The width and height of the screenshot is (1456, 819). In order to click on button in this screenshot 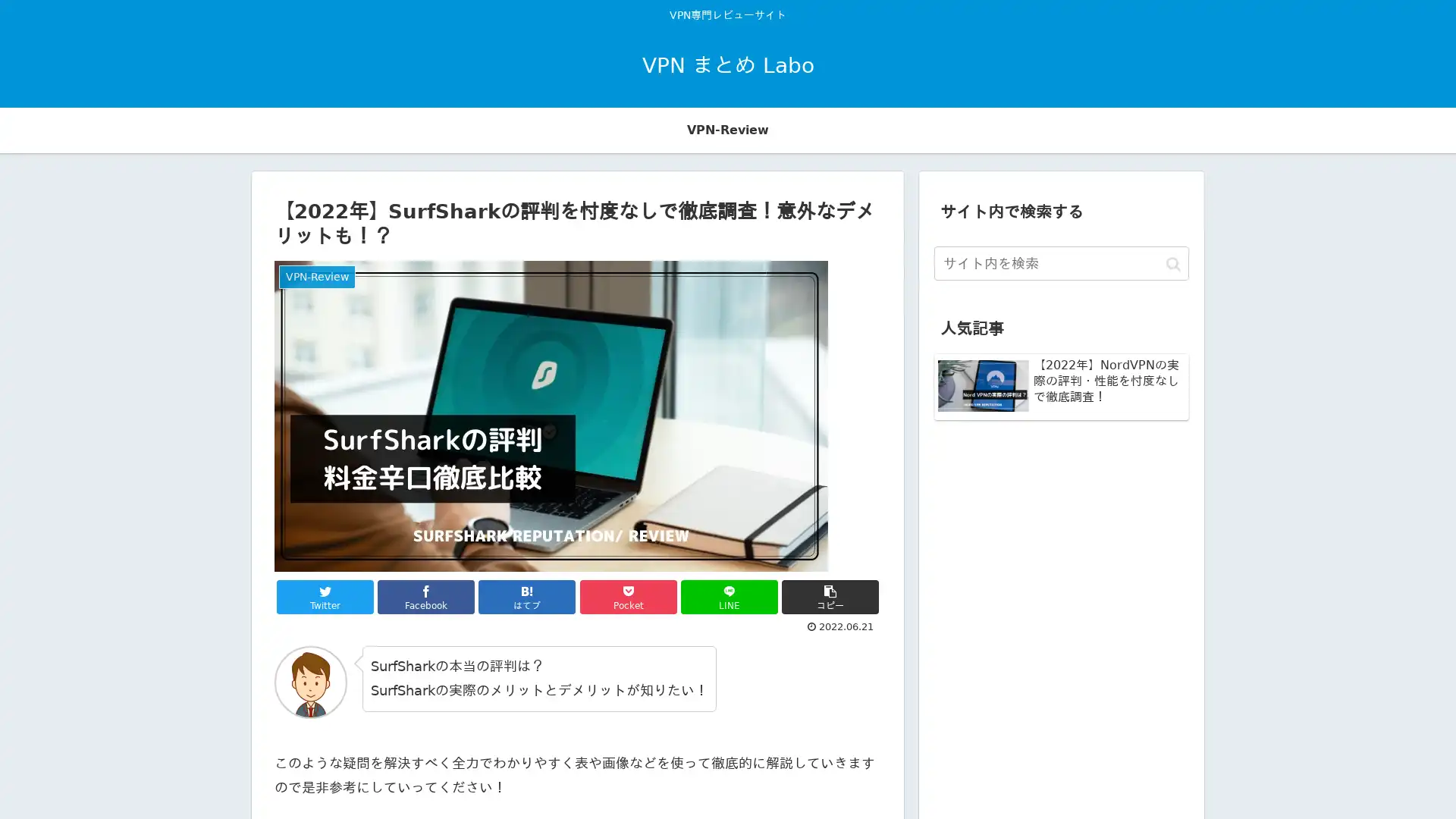, I will do `click(1172, 262)`.